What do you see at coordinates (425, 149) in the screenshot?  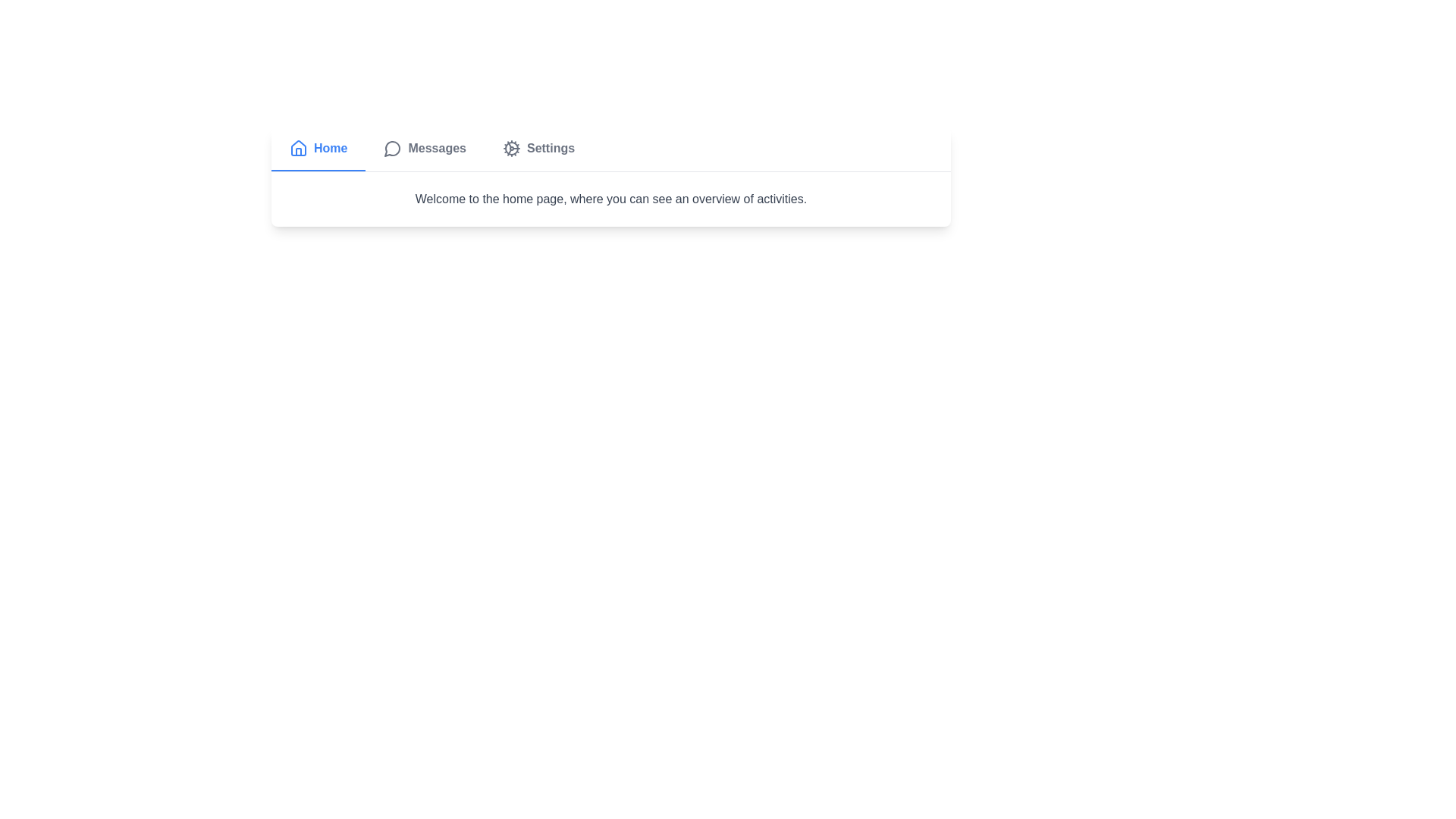 I see `the Messages tab by clicking on its label` at bounding box center [425, 149].